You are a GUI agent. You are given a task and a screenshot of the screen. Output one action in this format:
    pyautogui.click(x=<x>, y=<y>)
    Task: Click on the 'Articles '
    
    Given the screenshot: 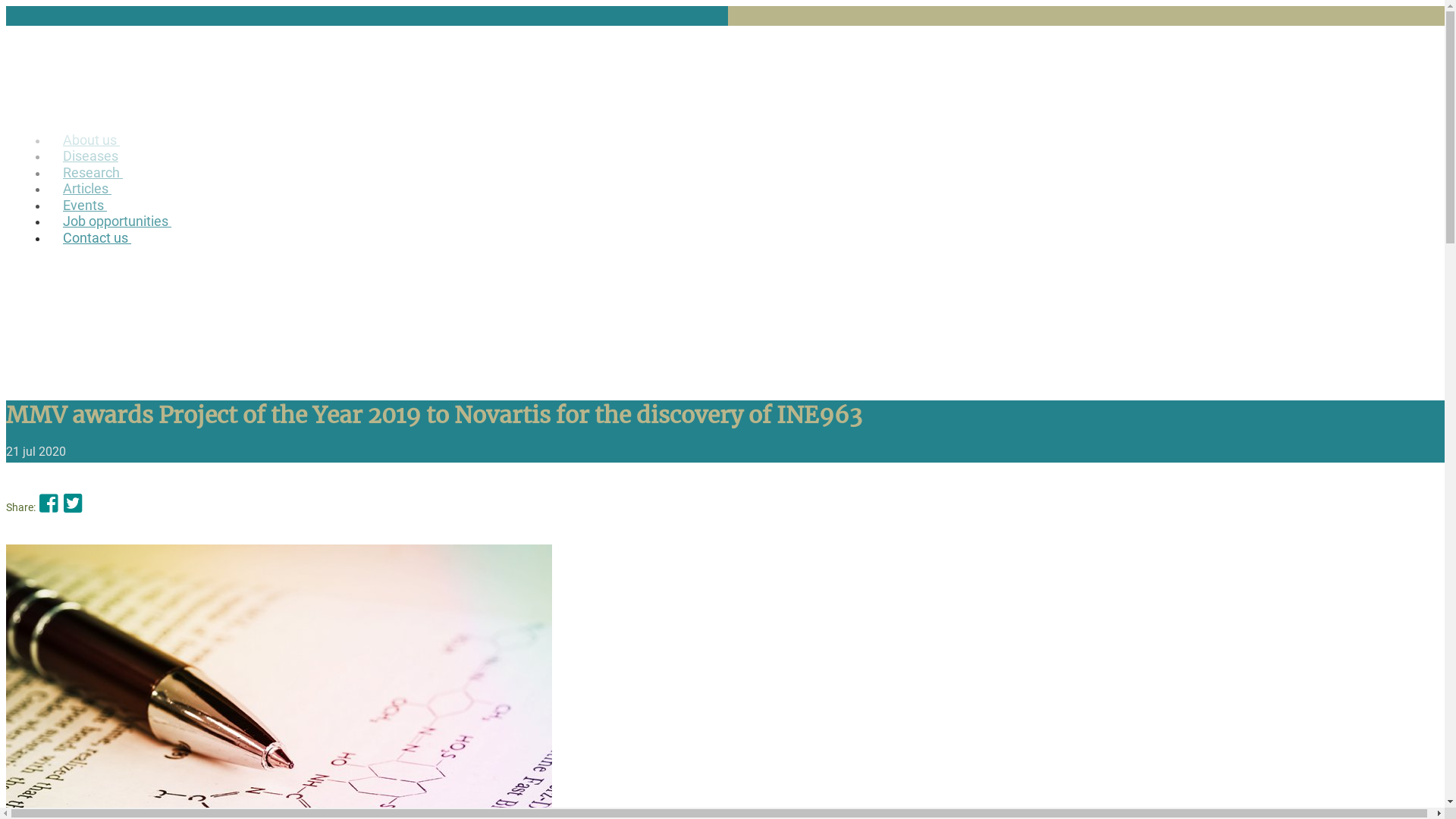 What is the action you would take?
    pyautogui.click(x=47, y=188)
    